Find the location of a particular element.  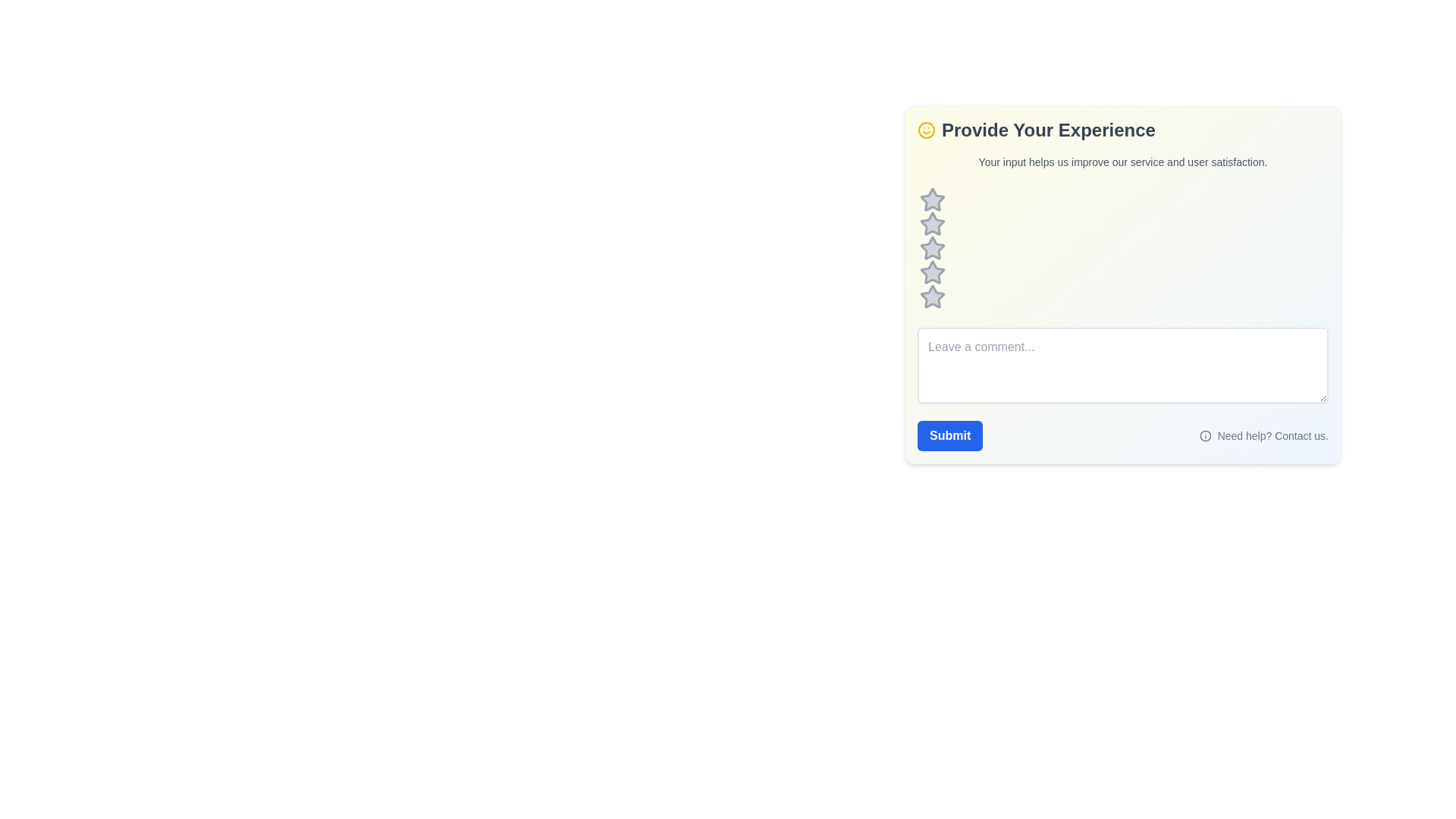

the fifth rating star in the vertical sequence is located at coordinates (931, 297).